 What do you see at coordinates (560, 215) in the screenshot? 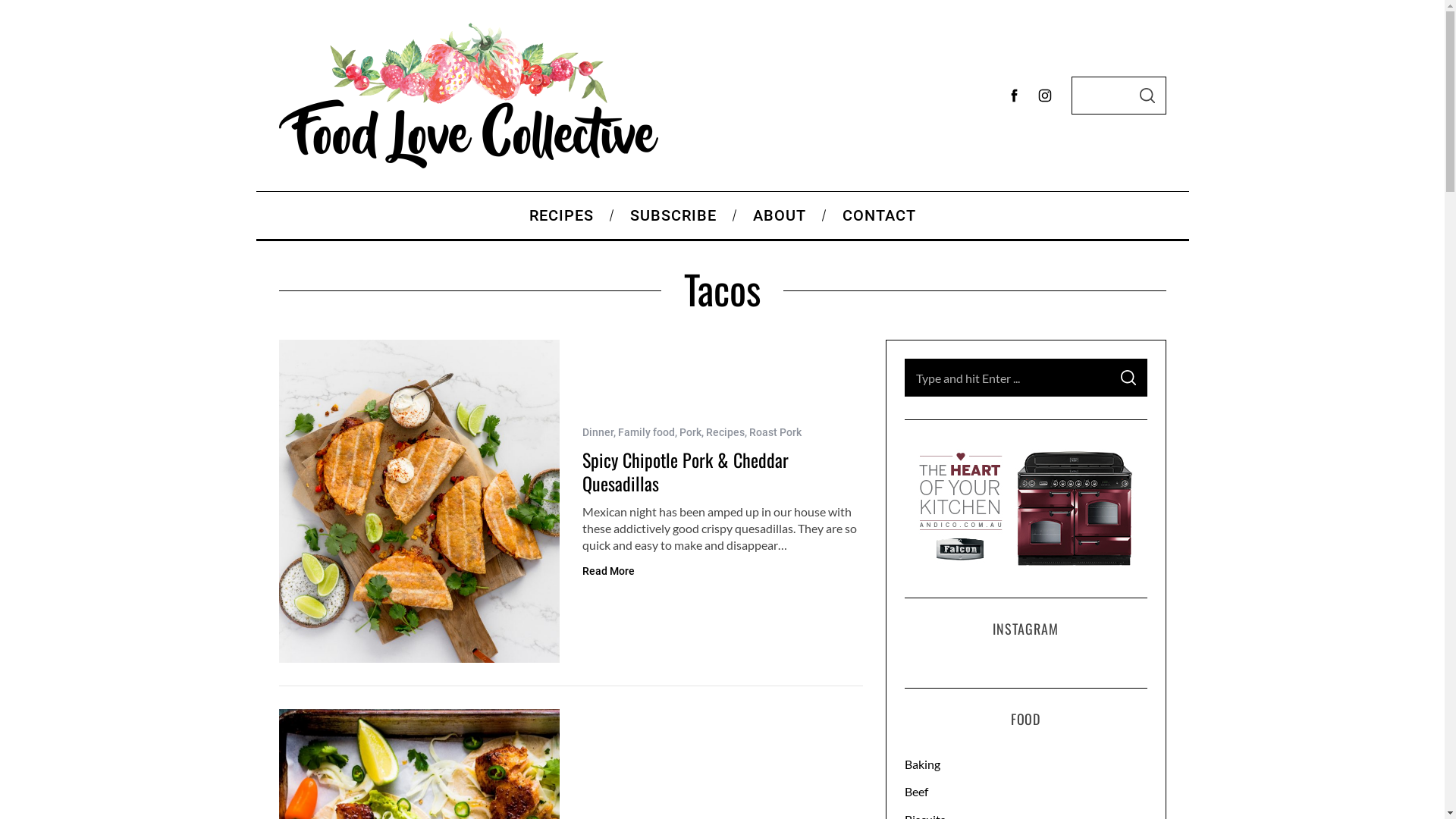
I see `'RECIPES'` at bounding box center [560, 215].